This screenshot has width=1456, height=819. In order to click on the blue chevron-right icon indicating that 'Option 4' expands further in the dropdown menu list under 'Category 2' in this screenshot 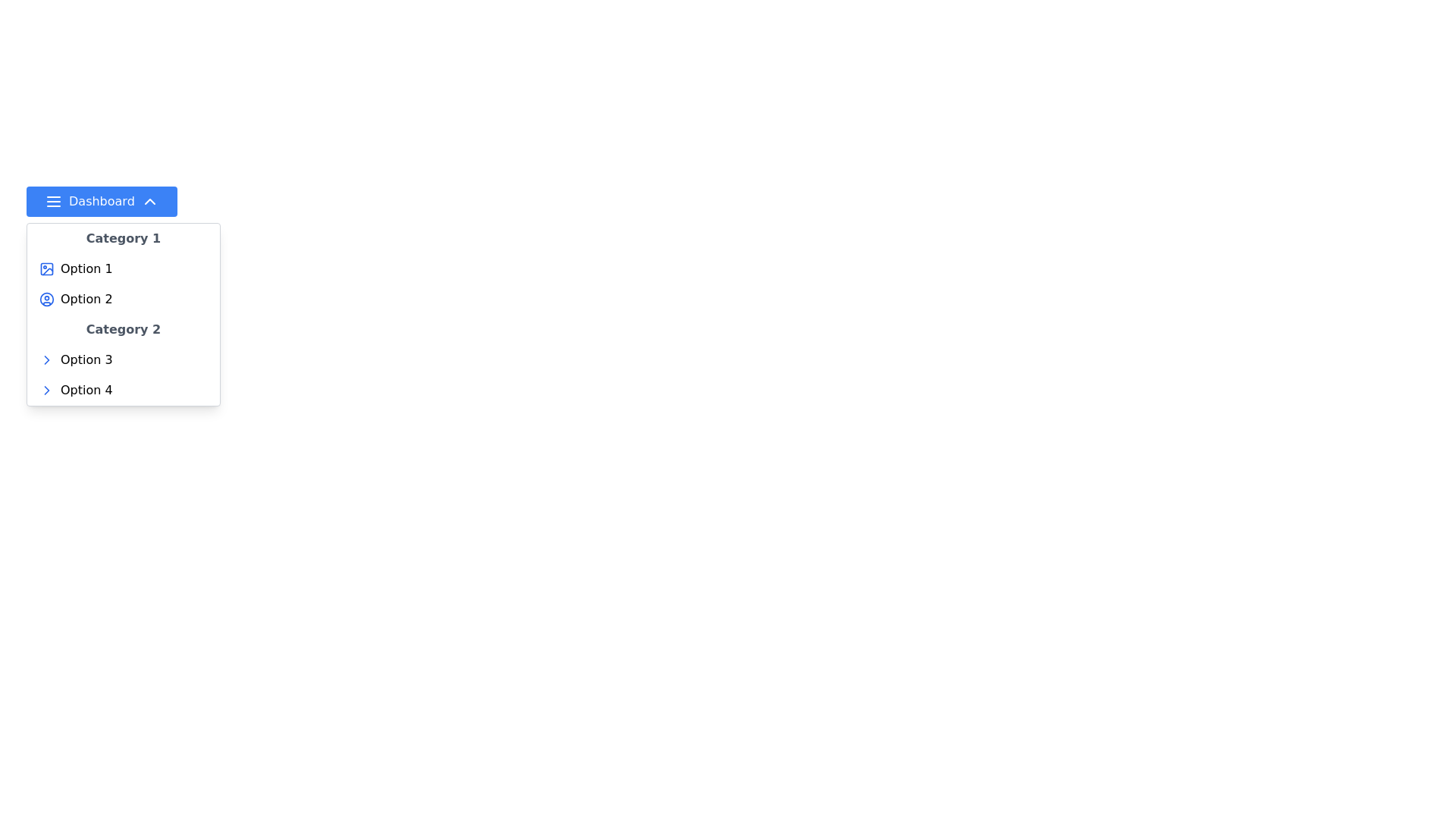, I will do `click(47, 390)`.